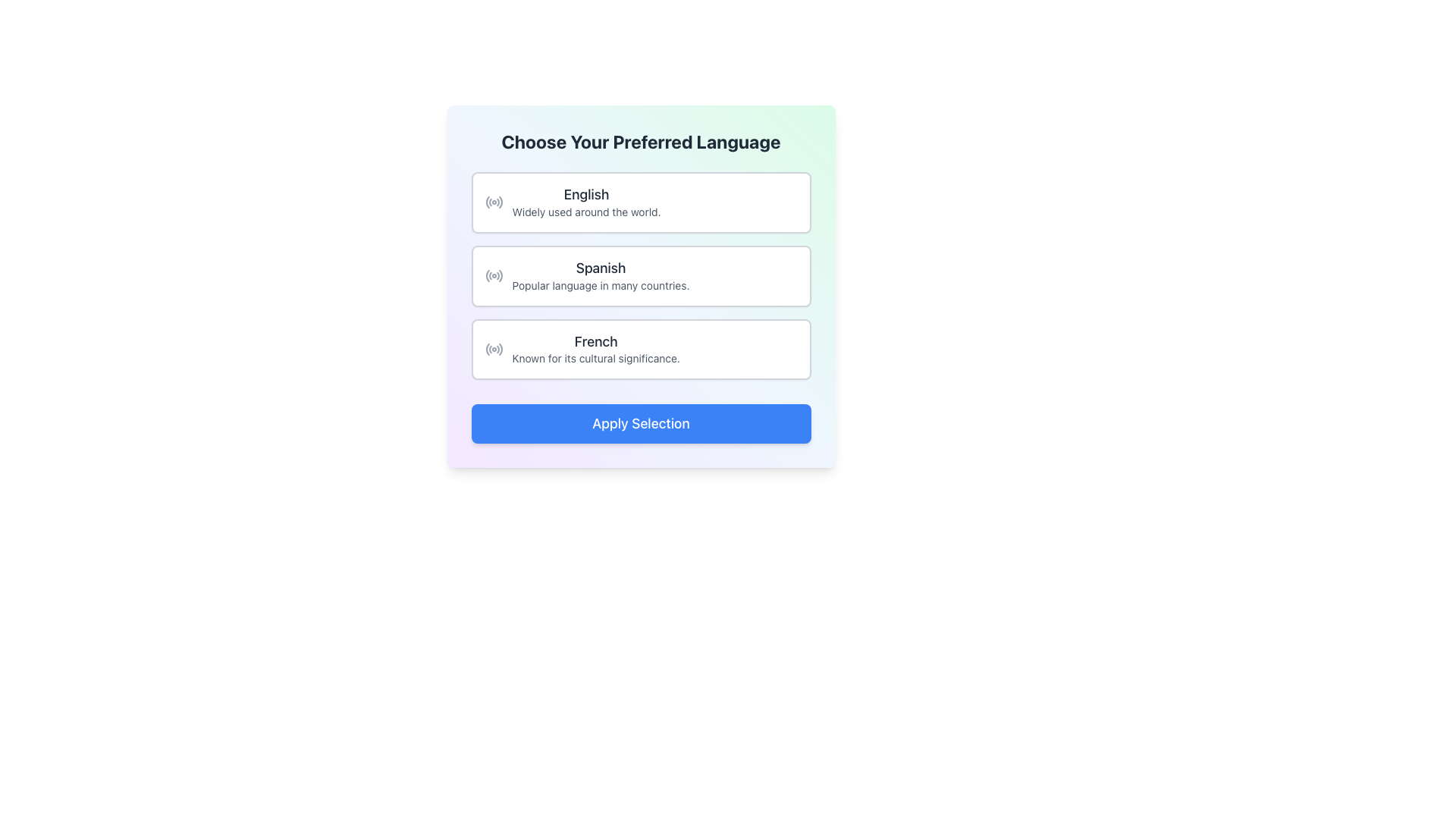  I want to click on the 'English' text label at the top of the card indicating the subject or option, so click(585, 194).